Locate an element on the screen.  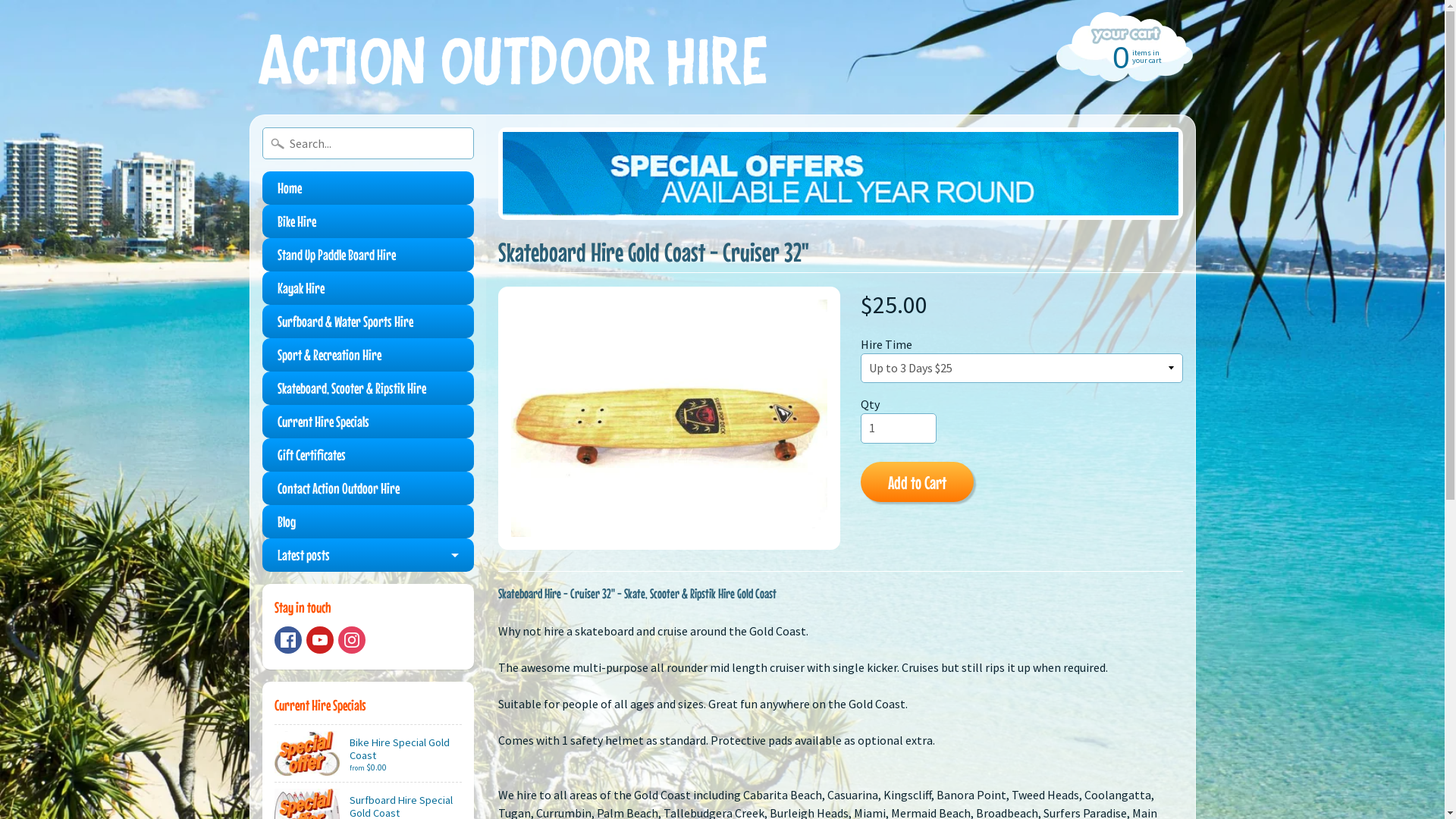
'Bike Hire' is located at coordinates (368, 221).